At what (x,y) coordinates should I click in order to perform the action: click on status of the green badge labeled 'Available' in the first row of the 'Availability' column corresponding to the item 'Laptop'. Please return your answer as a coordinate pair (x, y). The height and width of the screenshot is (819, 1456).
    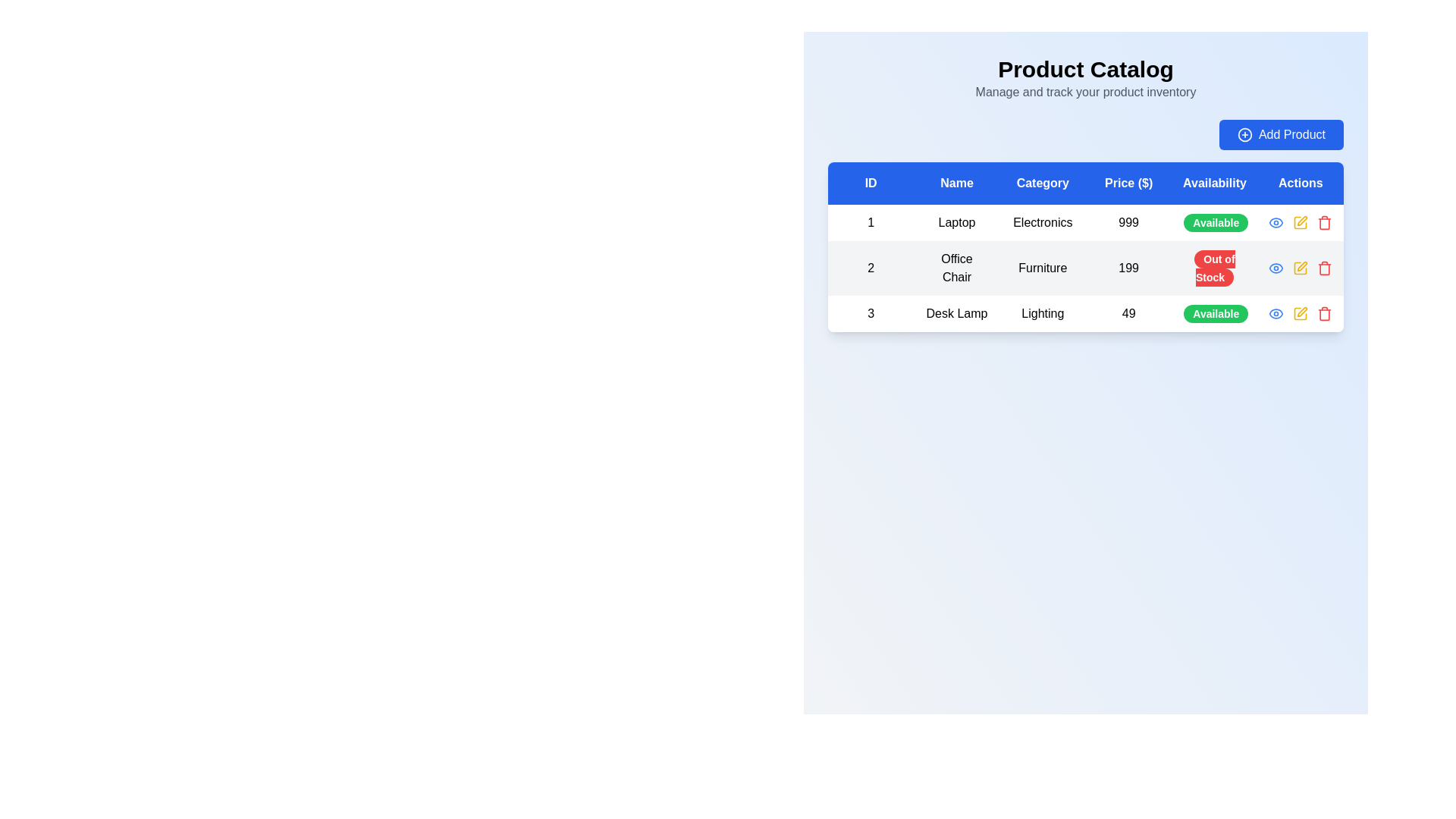
    Looking at the image, I should click on (1216, 222).